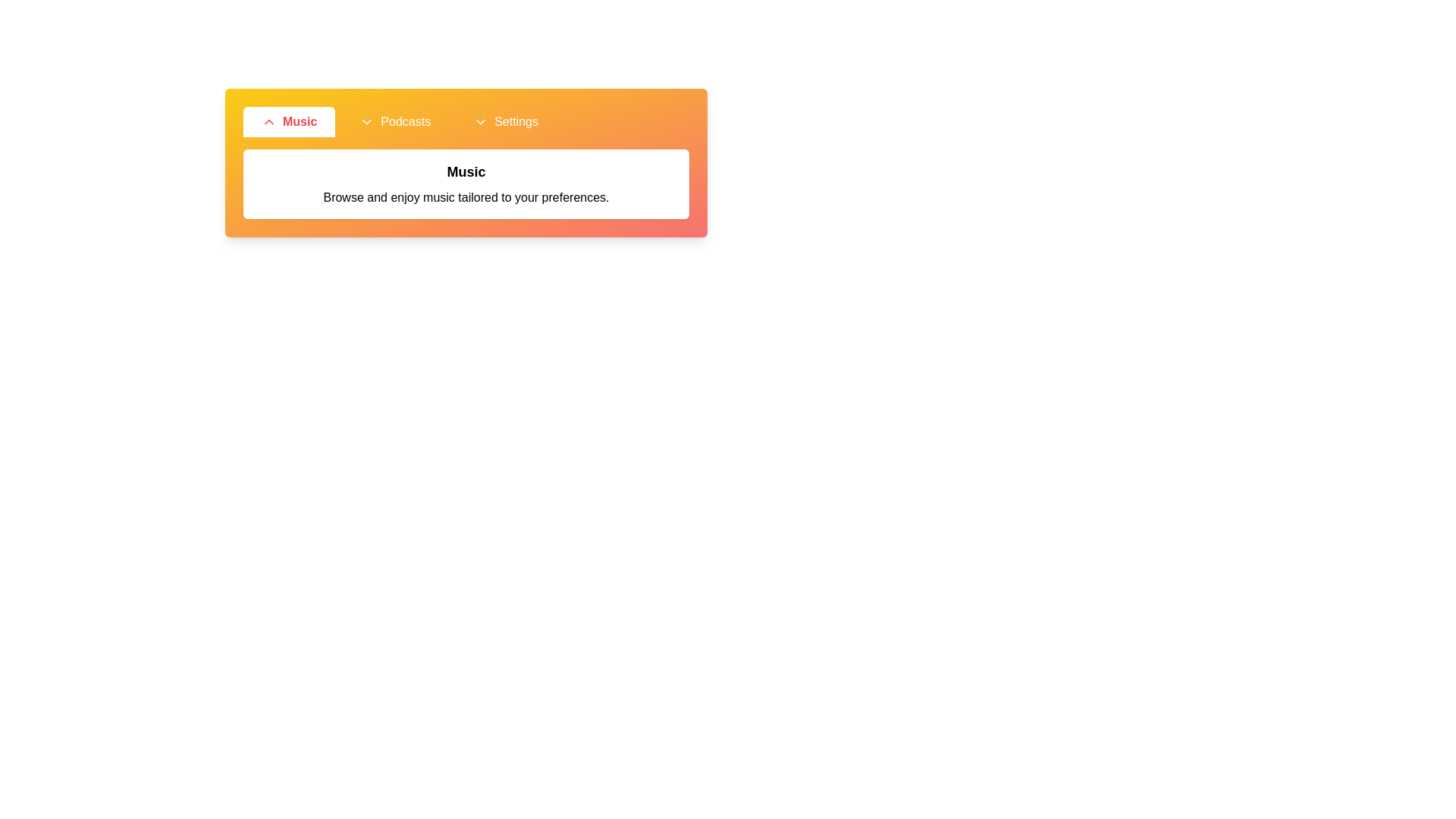  What do you see at coordinates (480, 121) in the screenshot?
I see `the chevron icon of the tab labeled Settings` at bounding box center [480, 121].